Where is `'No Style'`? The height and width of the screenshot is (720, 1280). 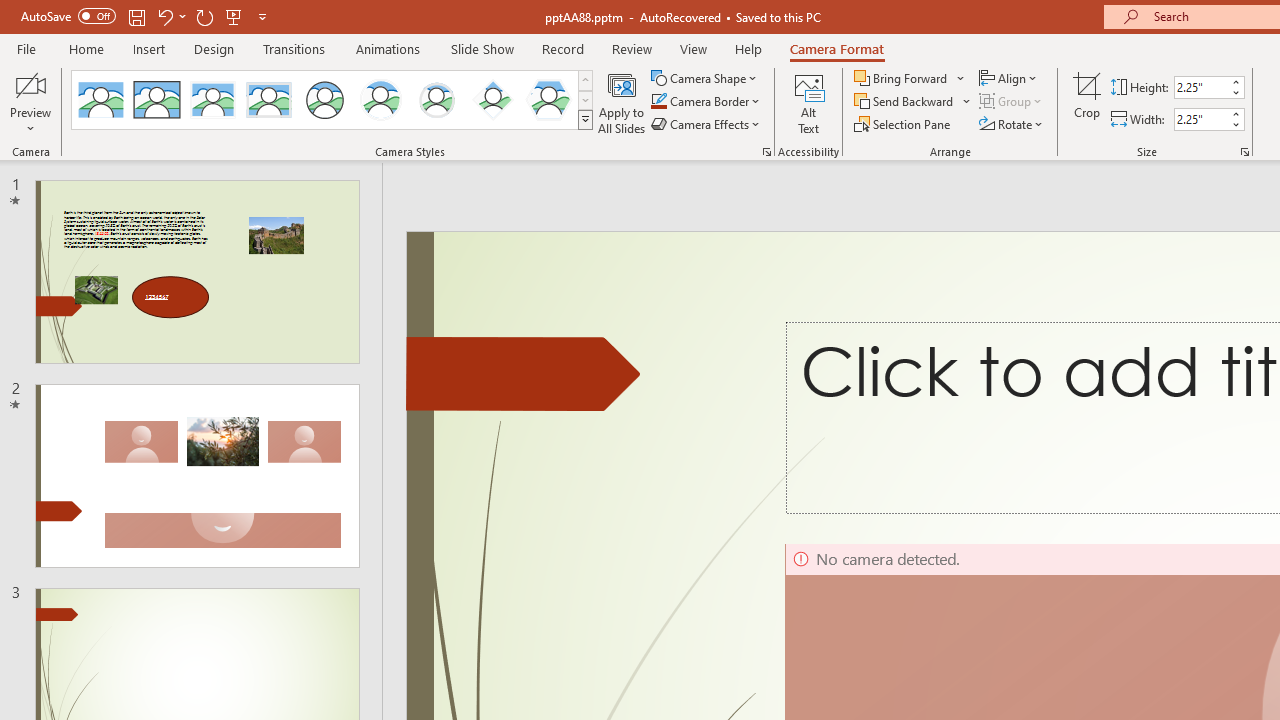
'No Style' is located at coordinates (100, 100).